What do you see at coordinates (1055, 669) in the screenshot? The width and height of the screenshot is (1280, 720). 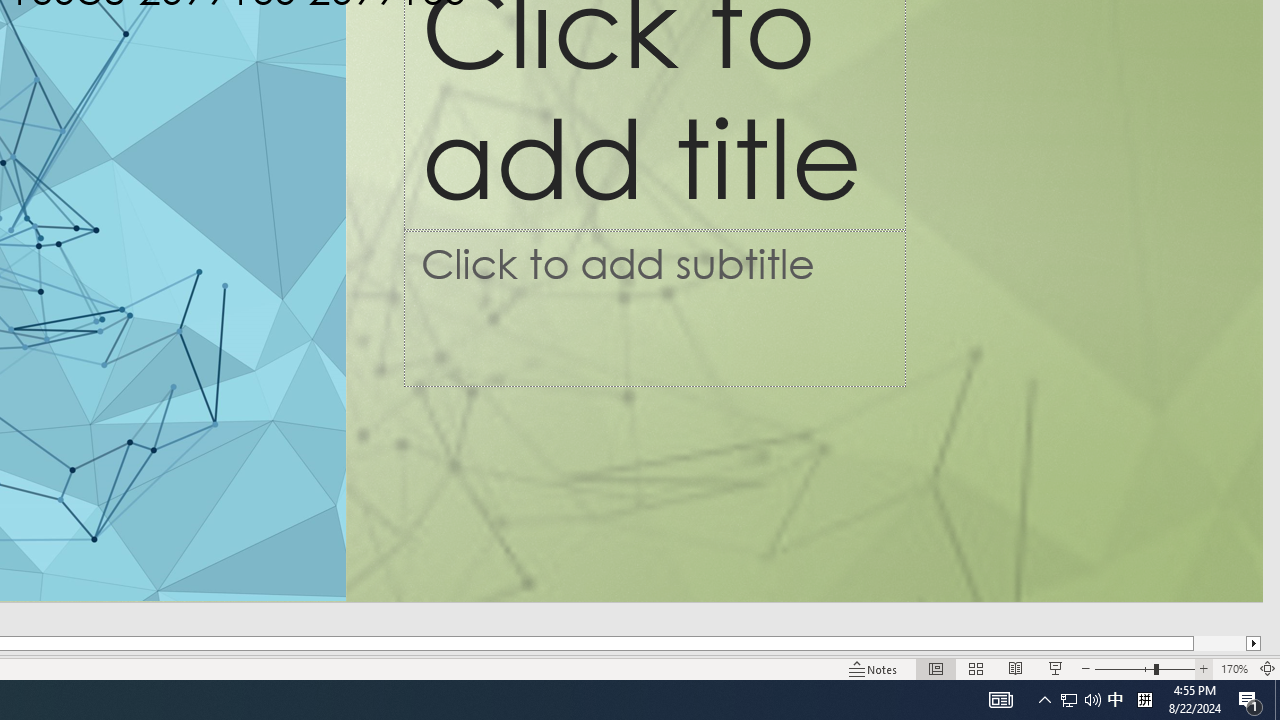 I see `'Slide Show'` at bounding box center [1055, 669].